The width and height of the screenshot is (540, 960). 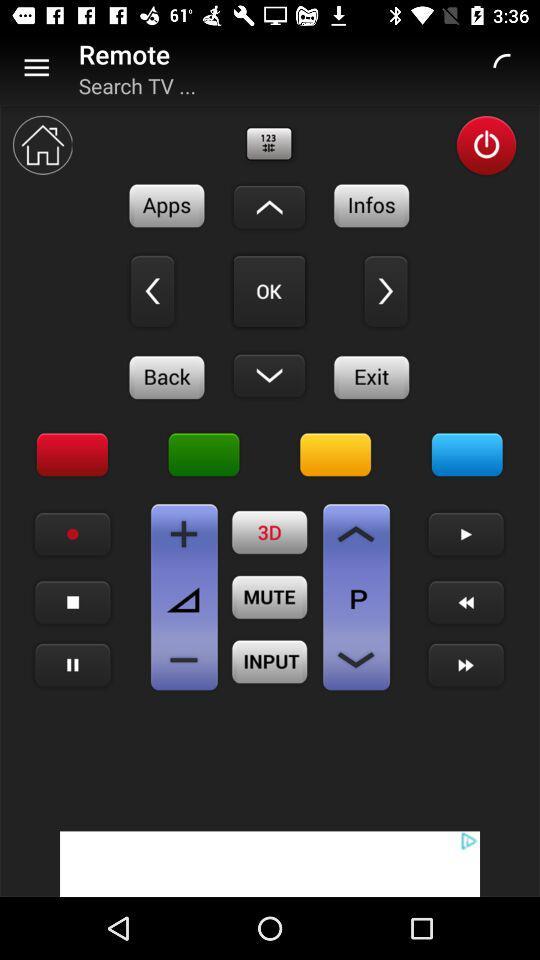 What do you see at coordinates (466, 601) in the screenshot?
I see `previous` at bounding box center [466, 601].